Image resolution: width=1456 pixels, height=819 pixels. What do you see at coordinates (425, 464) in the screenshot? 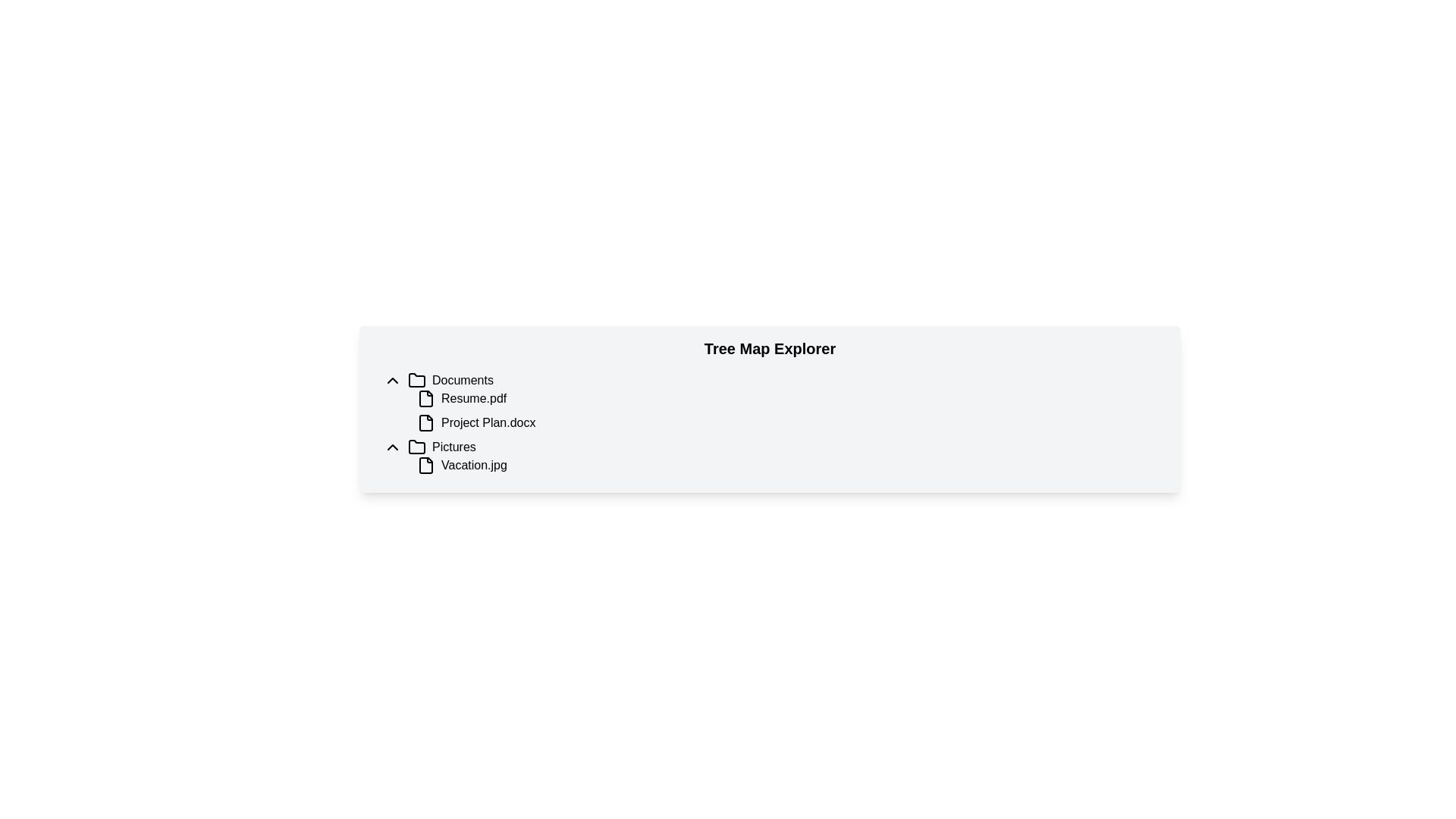
I see `the icon representing the image file 'Vacation.jpg'` at bounding box center [425, 464].